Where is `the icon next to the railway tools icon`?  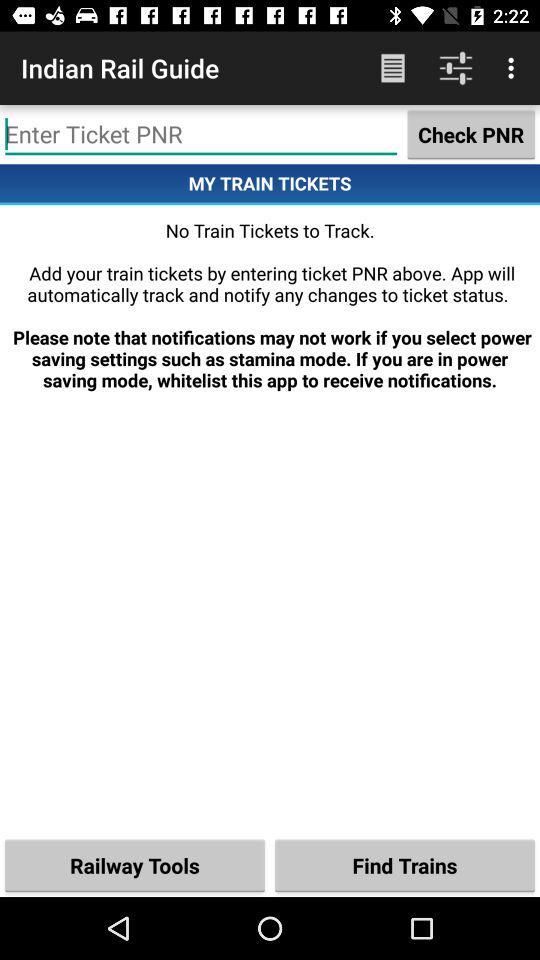
the icon next to the railway tools icon is located at coordinates (405, 864).